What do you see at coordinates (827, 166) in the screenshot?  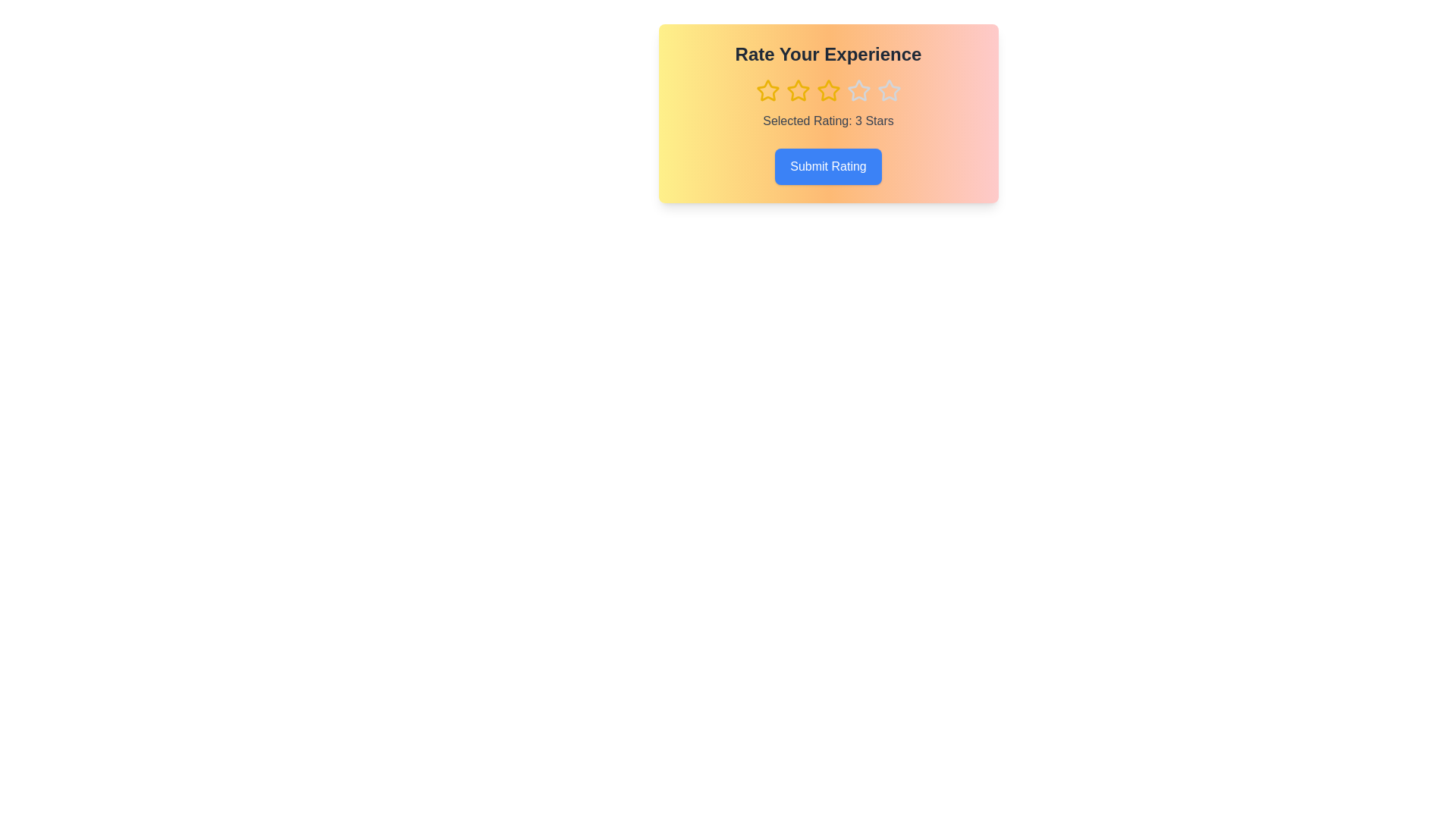 I see `the 'Submit Rating' button to submit the selected rating` at bounding box center [827, 166].